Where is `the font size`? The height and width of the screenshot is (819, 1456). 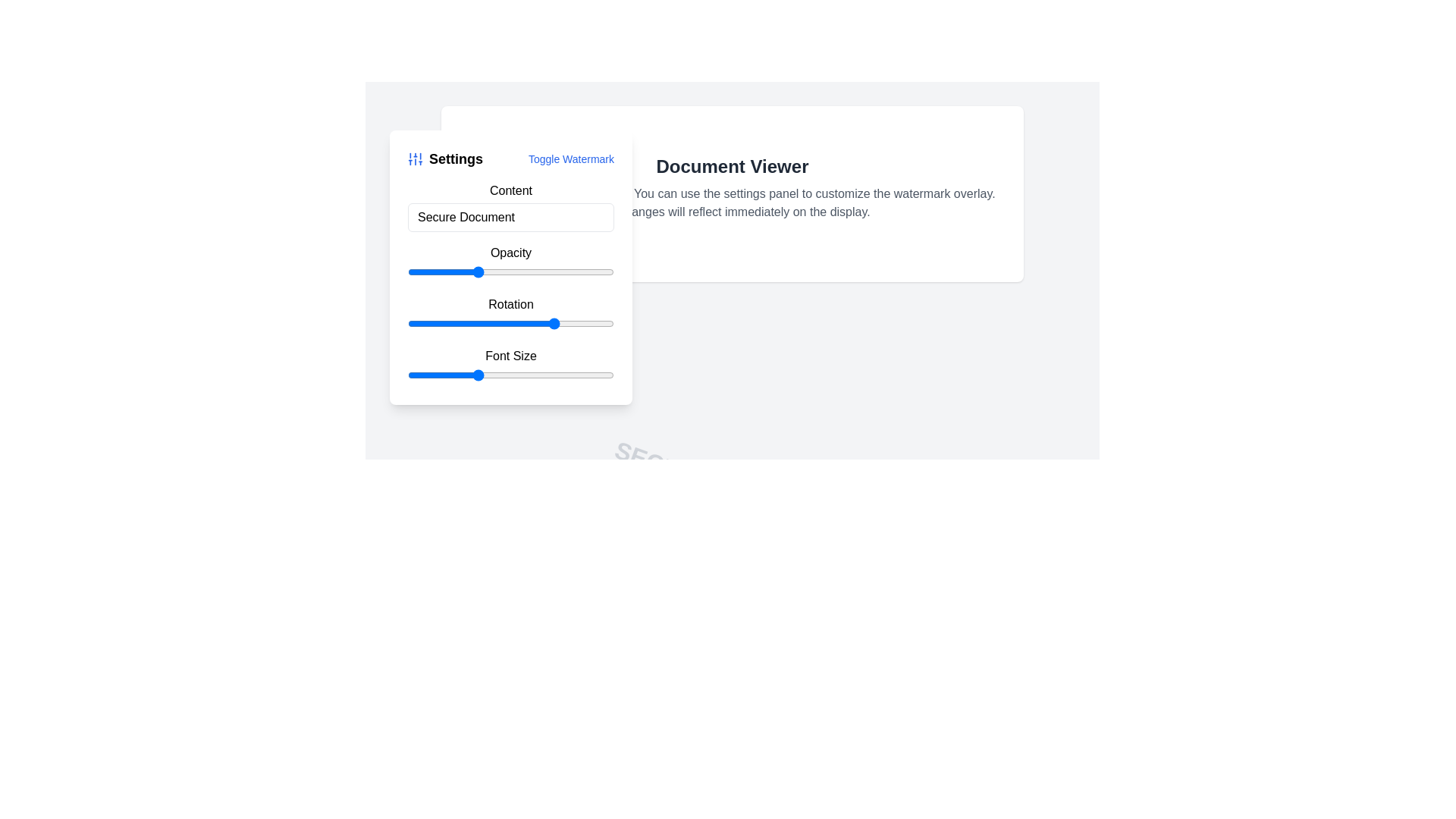
the font size is located at coordinates (472, 375).